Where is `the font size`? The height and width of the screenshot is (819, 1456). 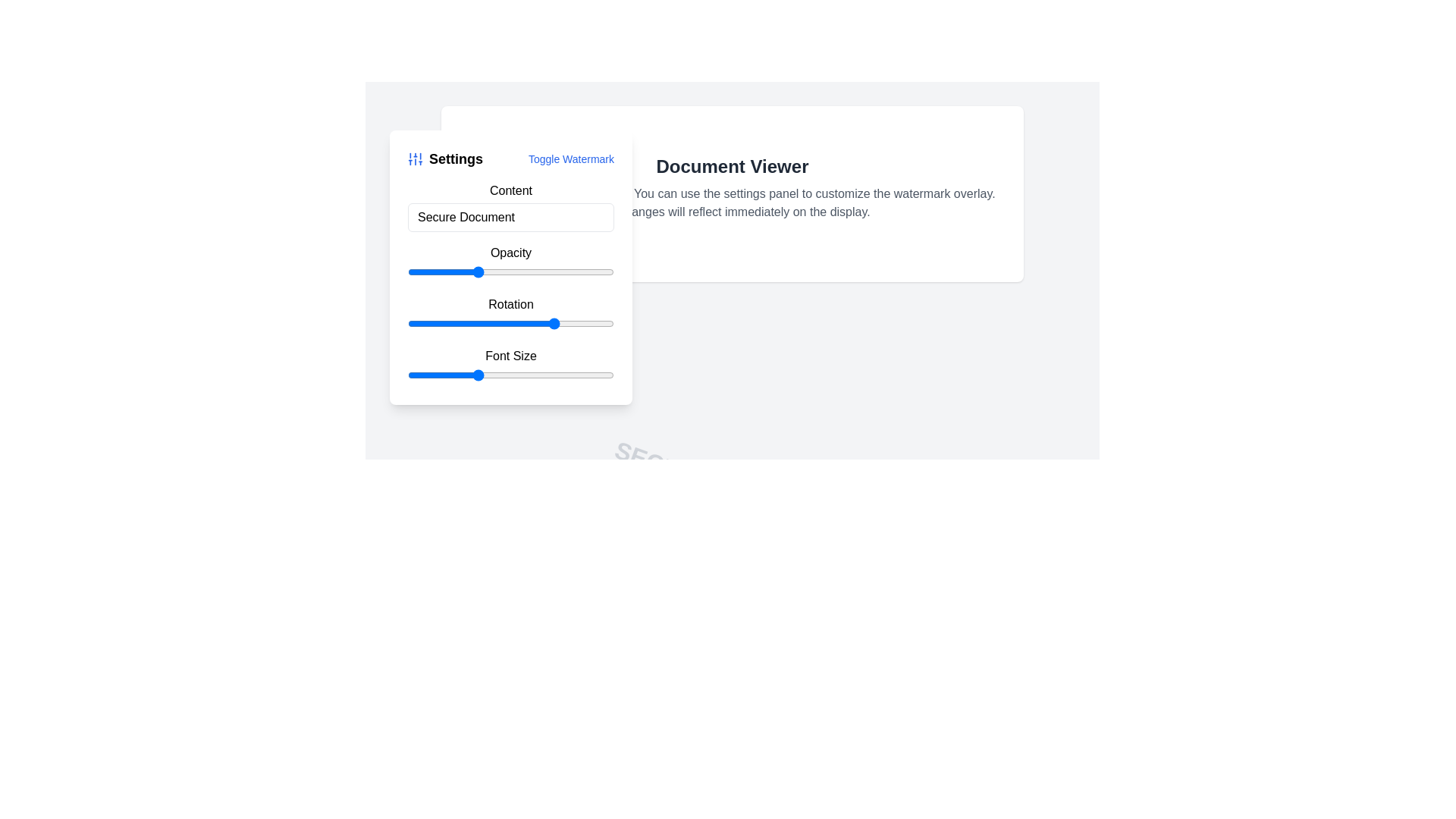
the font size is located at coordinates (472, 375).